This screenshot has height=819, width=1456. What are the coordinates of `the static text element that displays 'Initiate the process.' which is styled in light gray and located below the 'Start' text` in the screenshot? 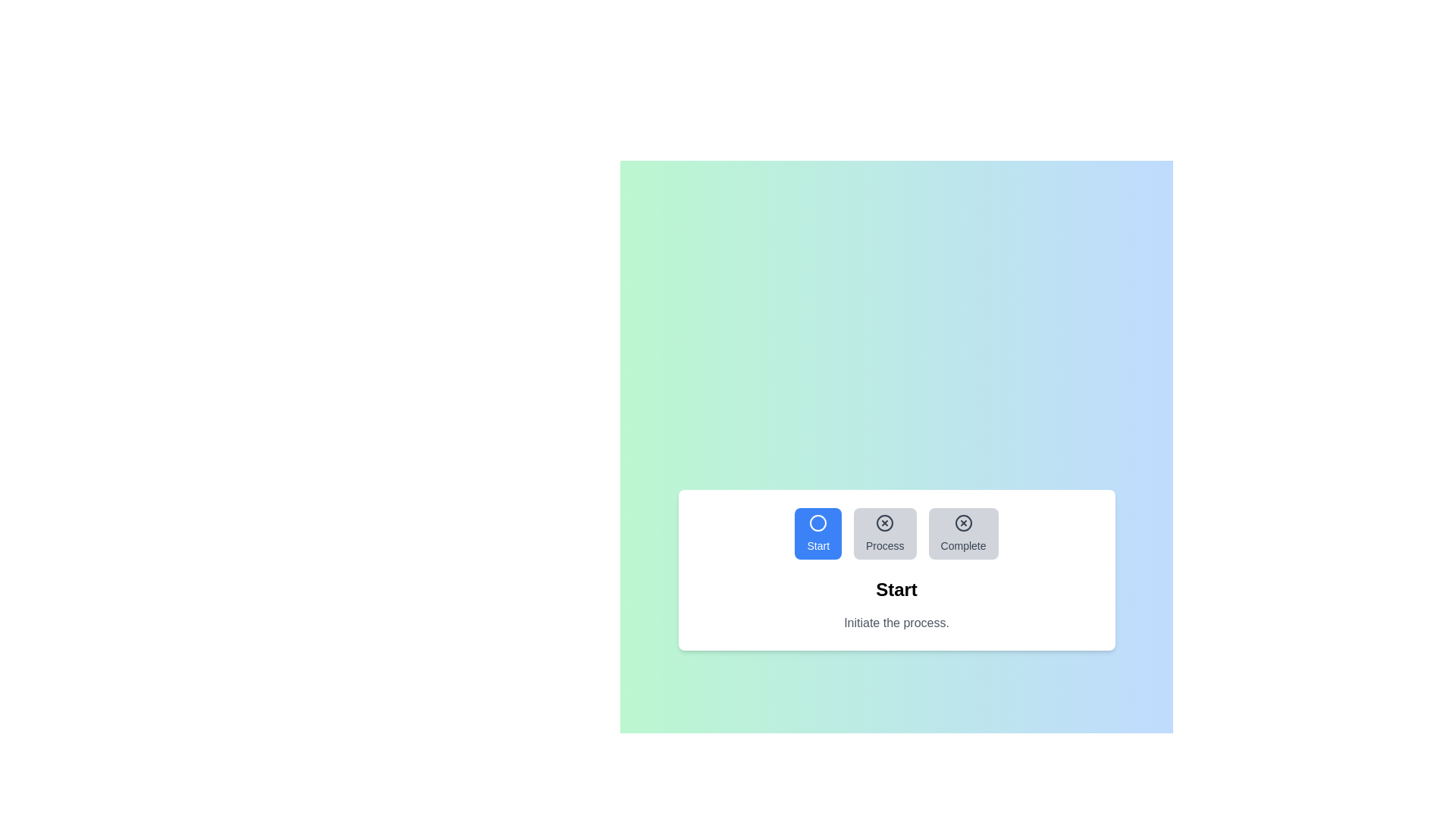 It's located at (896, 623).